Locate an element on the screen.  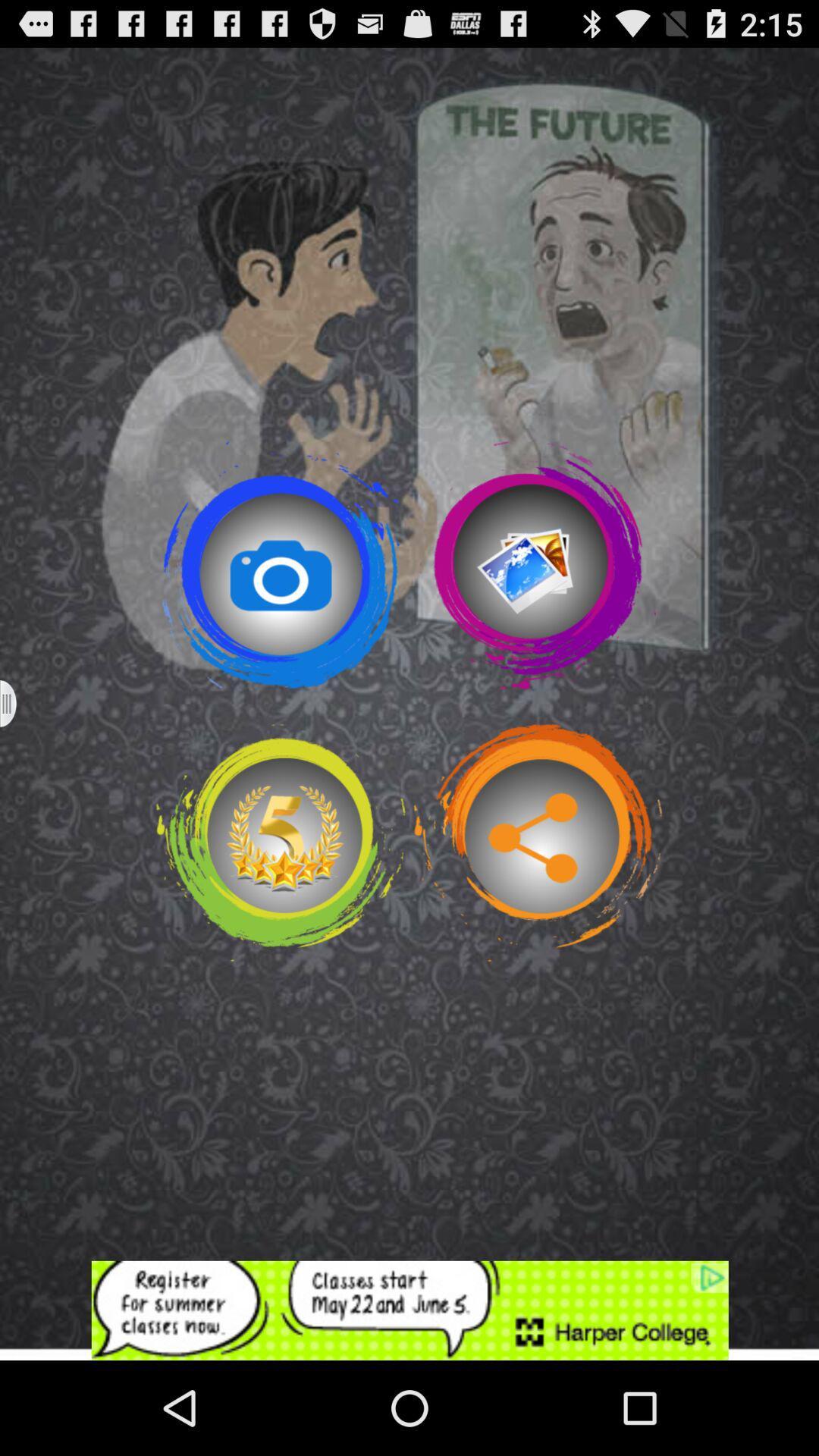
open another window is located at coordinates (17, 703).